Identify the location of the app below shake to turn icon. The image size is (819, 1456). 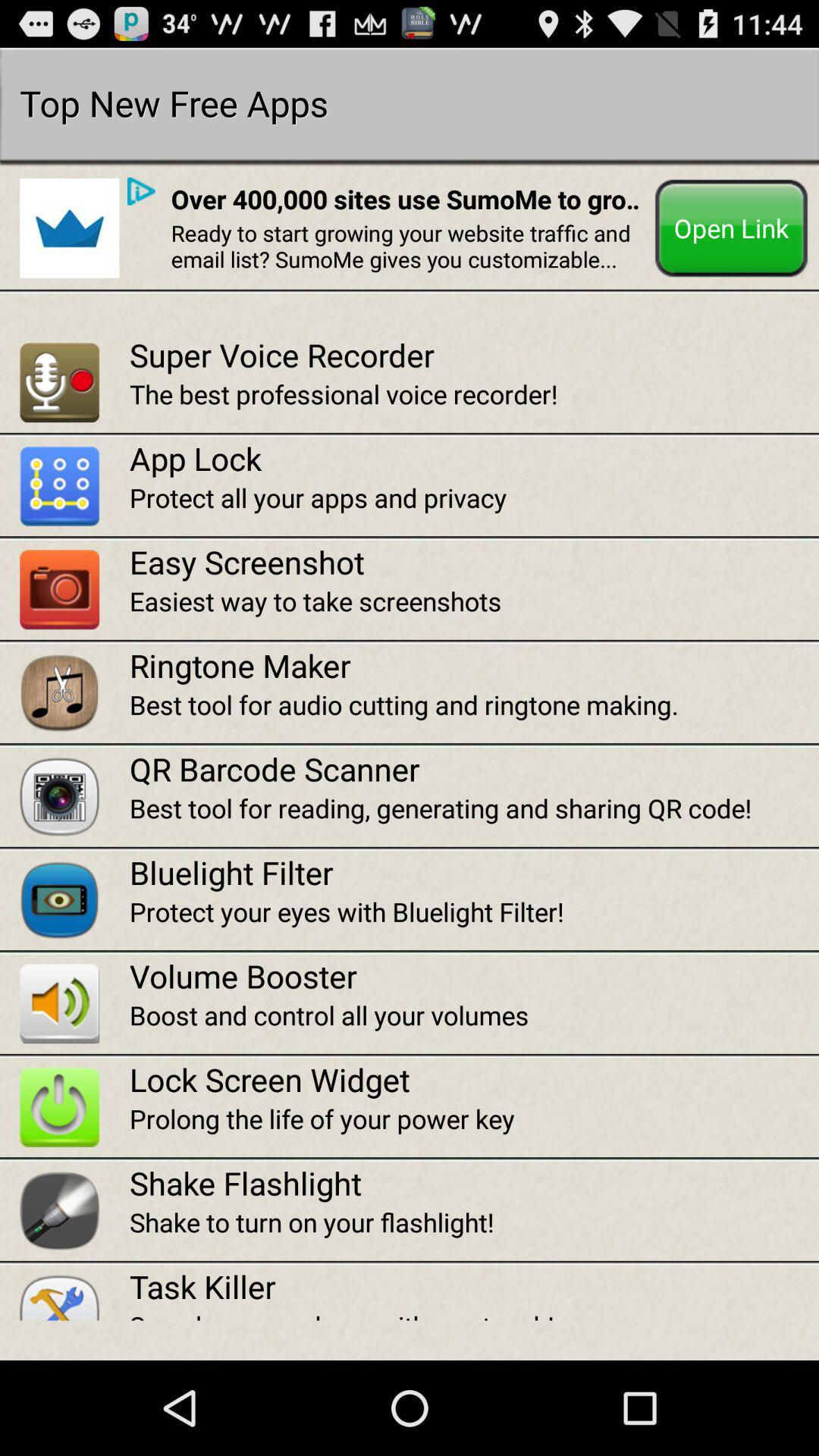
(473, 1285).